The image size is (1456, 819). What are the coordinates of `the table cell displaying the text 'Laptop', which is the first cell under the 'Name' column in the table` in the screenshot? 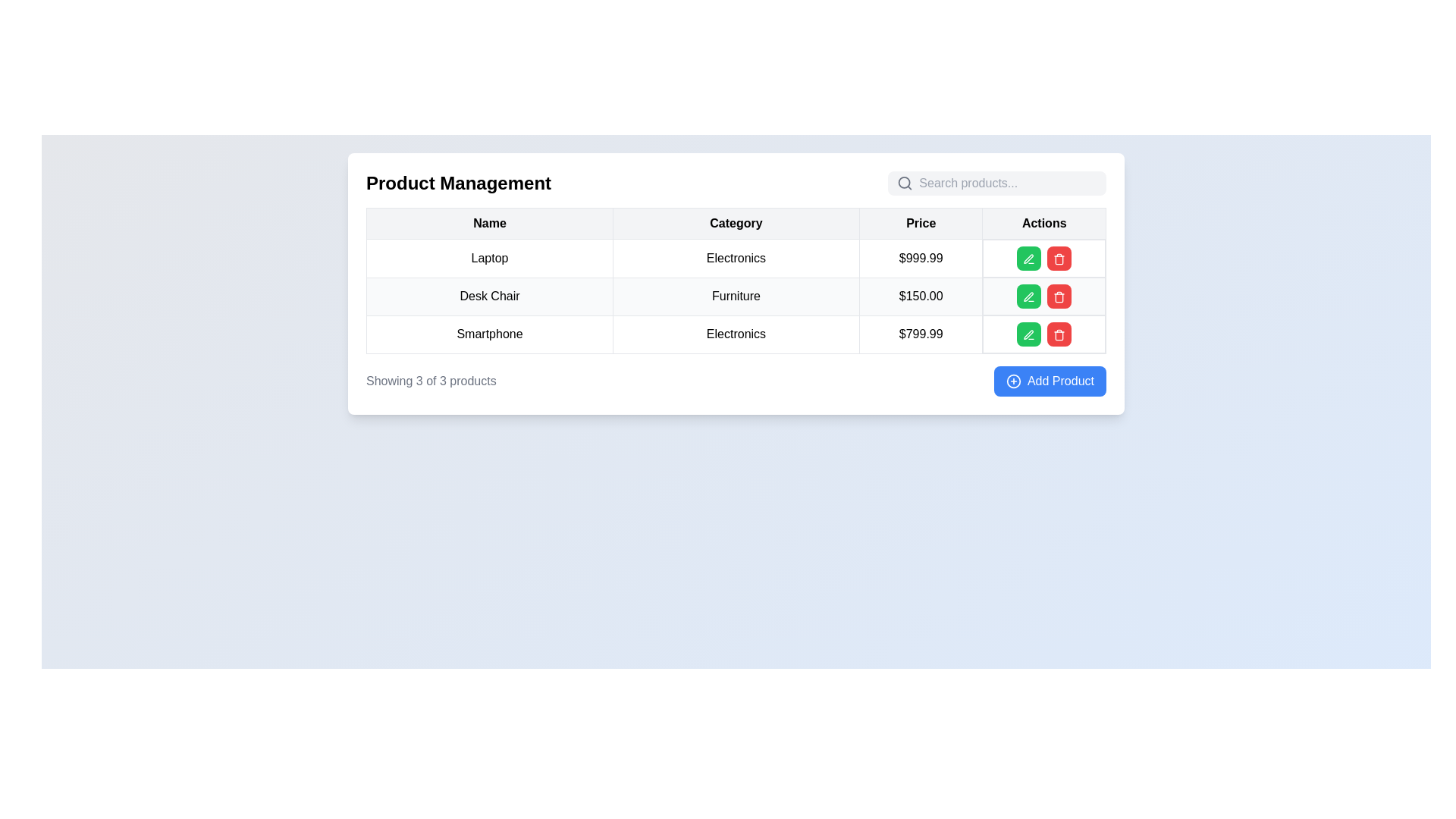 It's located at (490, 257).